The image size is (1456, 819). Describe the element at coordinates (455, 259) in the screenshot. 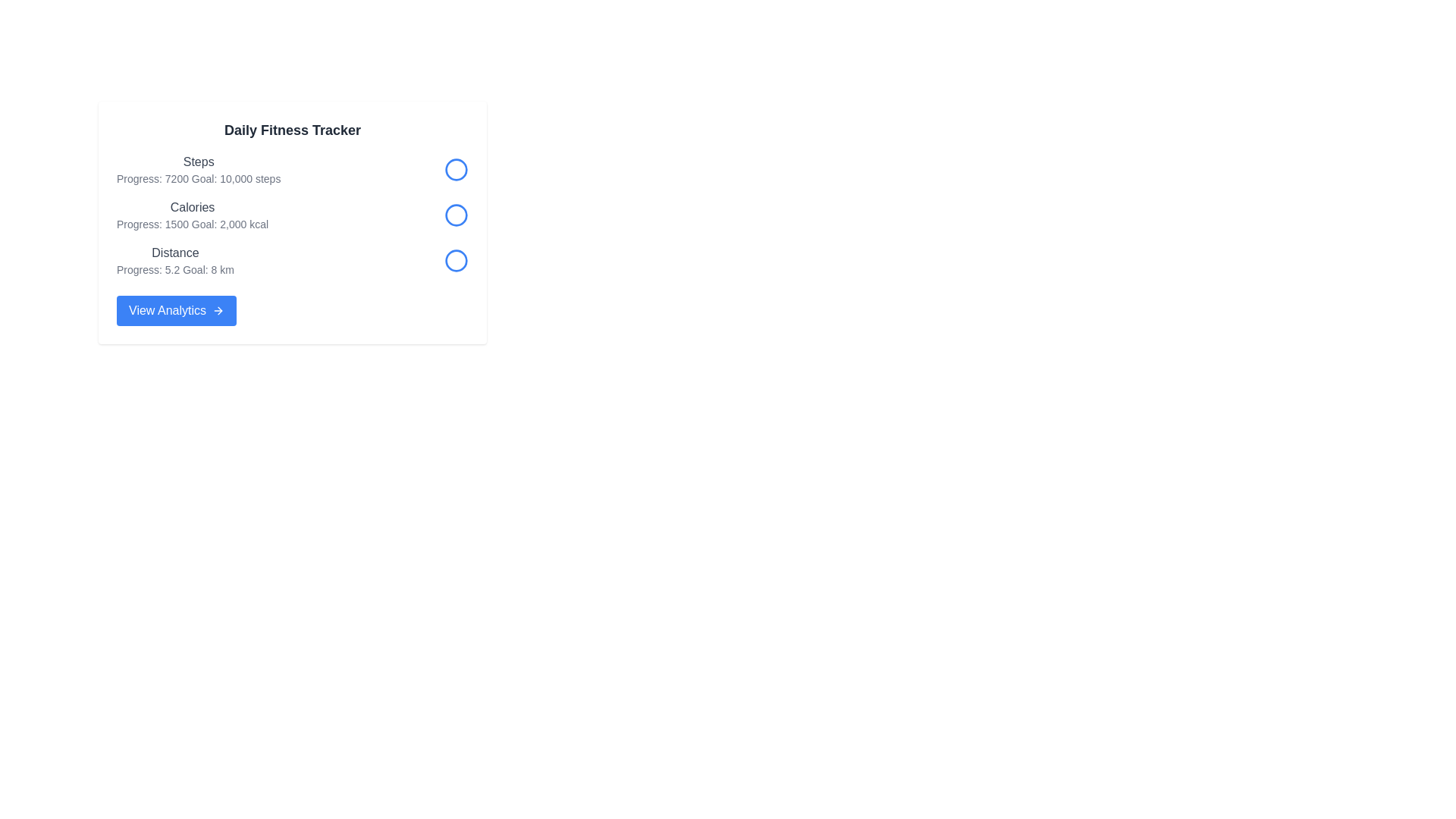

I see `the Circle indicator related to the 'Distance' metric in the fitness tracker, which is the third circle in a vertical sequence to the right of the 'Steps' and 'Calories' labels` at that location.